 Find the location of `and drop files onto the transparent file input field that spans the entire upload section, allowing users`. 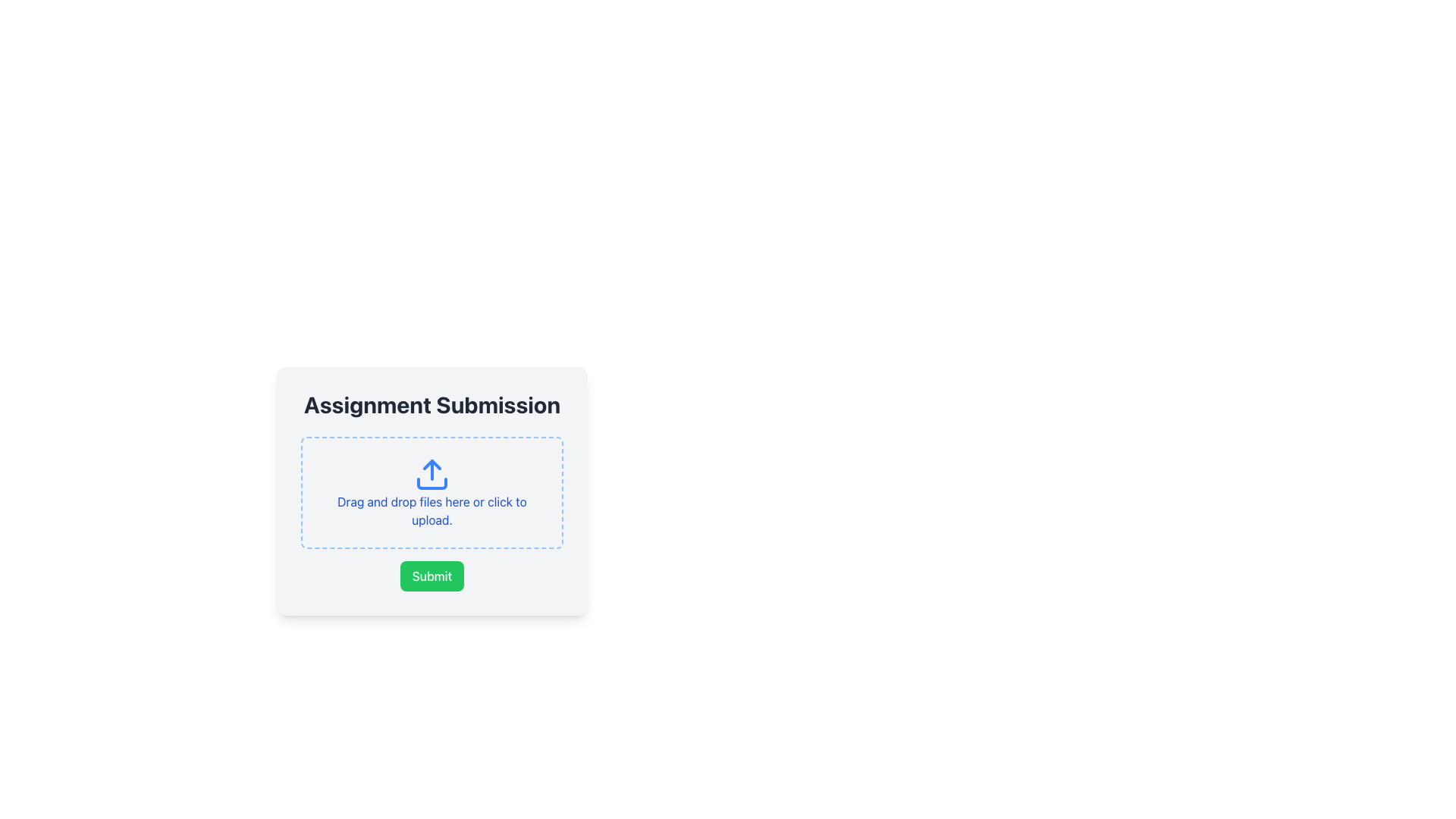

and drop files onto the transparent file input field that spans the entire upload section, allowing users is located at coordinates (431, 493).